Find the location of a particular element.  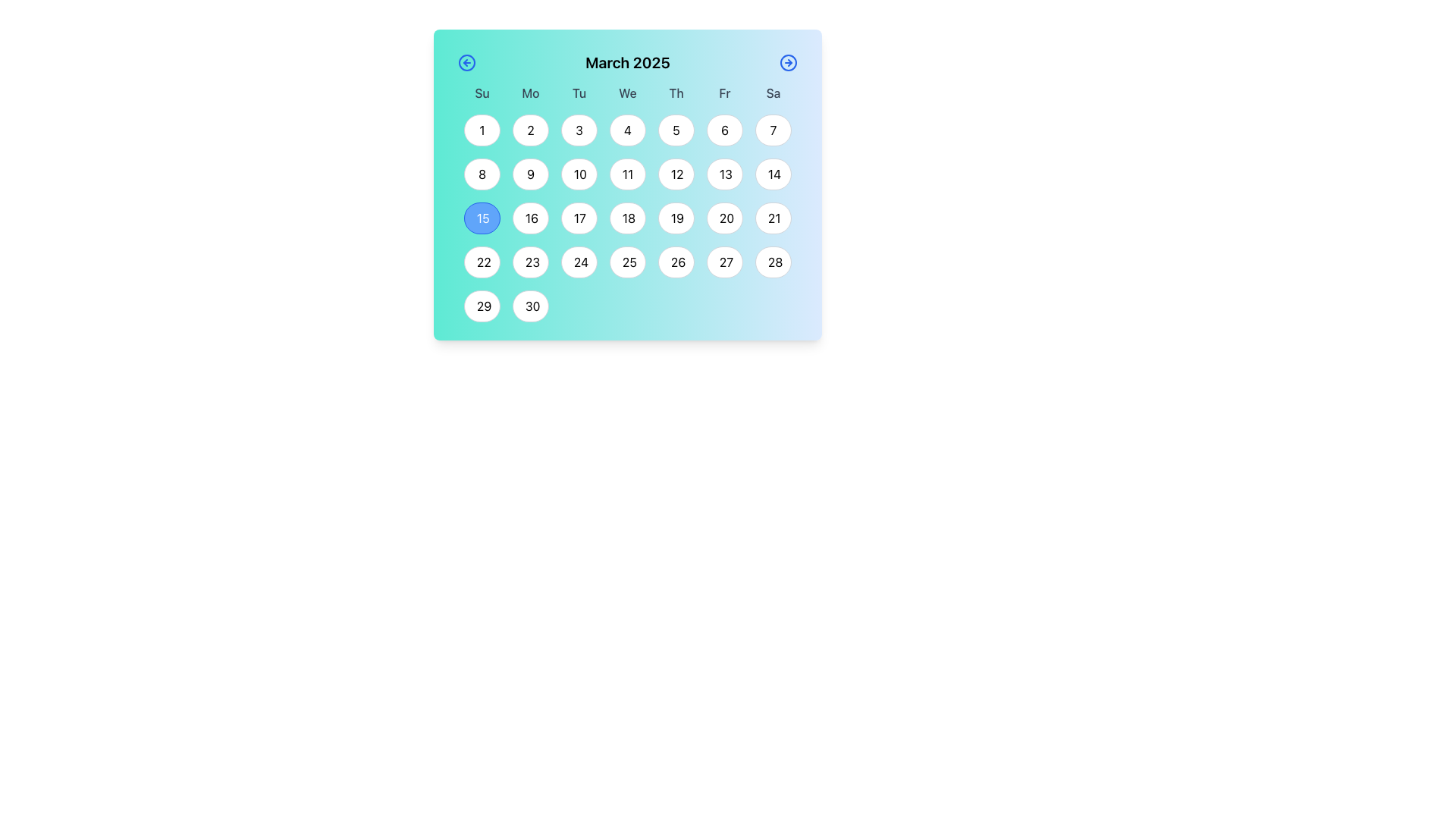

the text label 'Fr' which is the sixth day label in the calendar view, positioned between 'Th' and 'Sa' is located at coordinates (723, 93).